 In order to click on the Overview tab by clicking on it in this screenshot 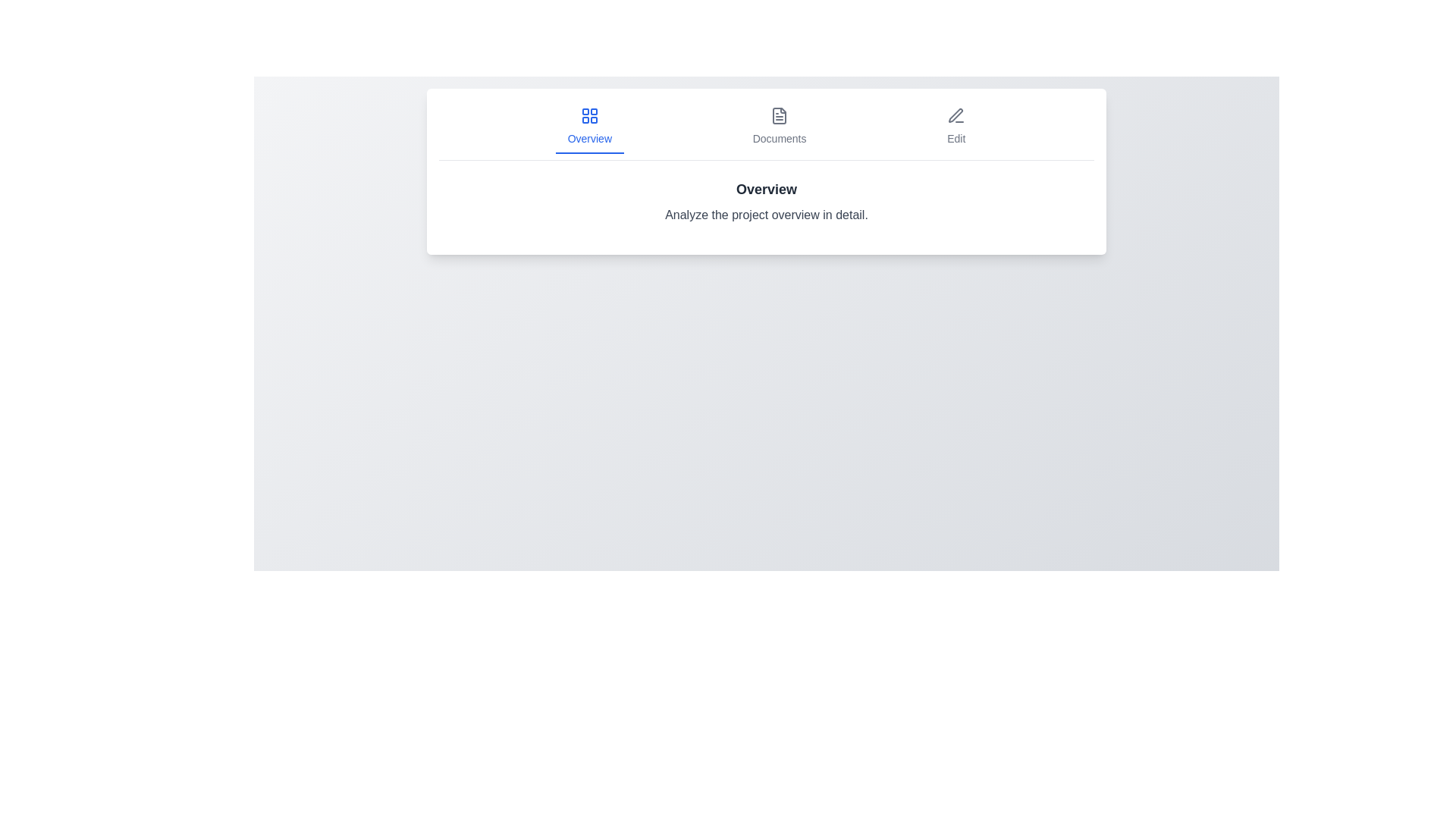, I will do `click(588, 127)`.